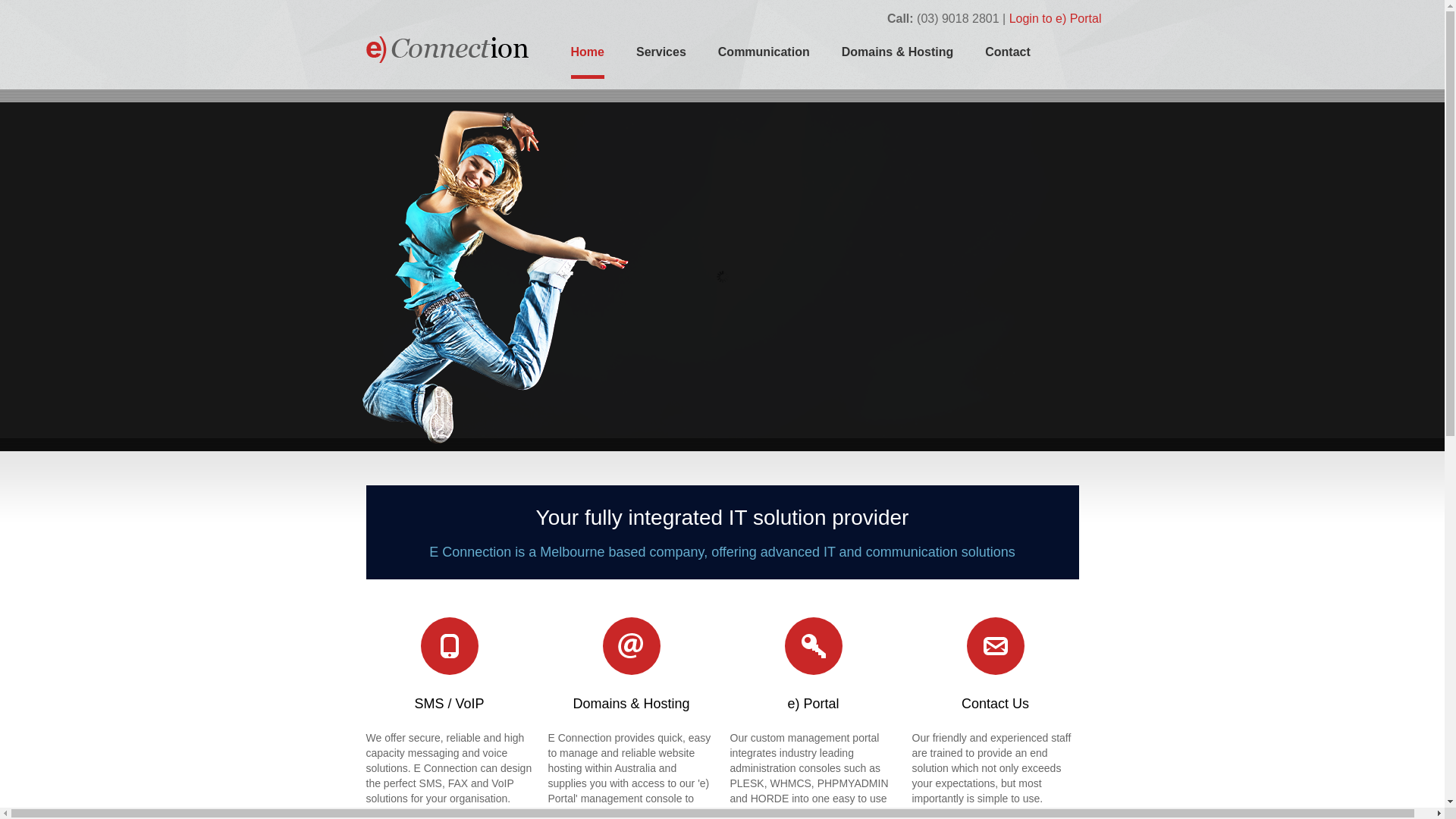  Describe the element at coordinates (1008, 58) in the screenshot. I see `'Contact'` at that location.